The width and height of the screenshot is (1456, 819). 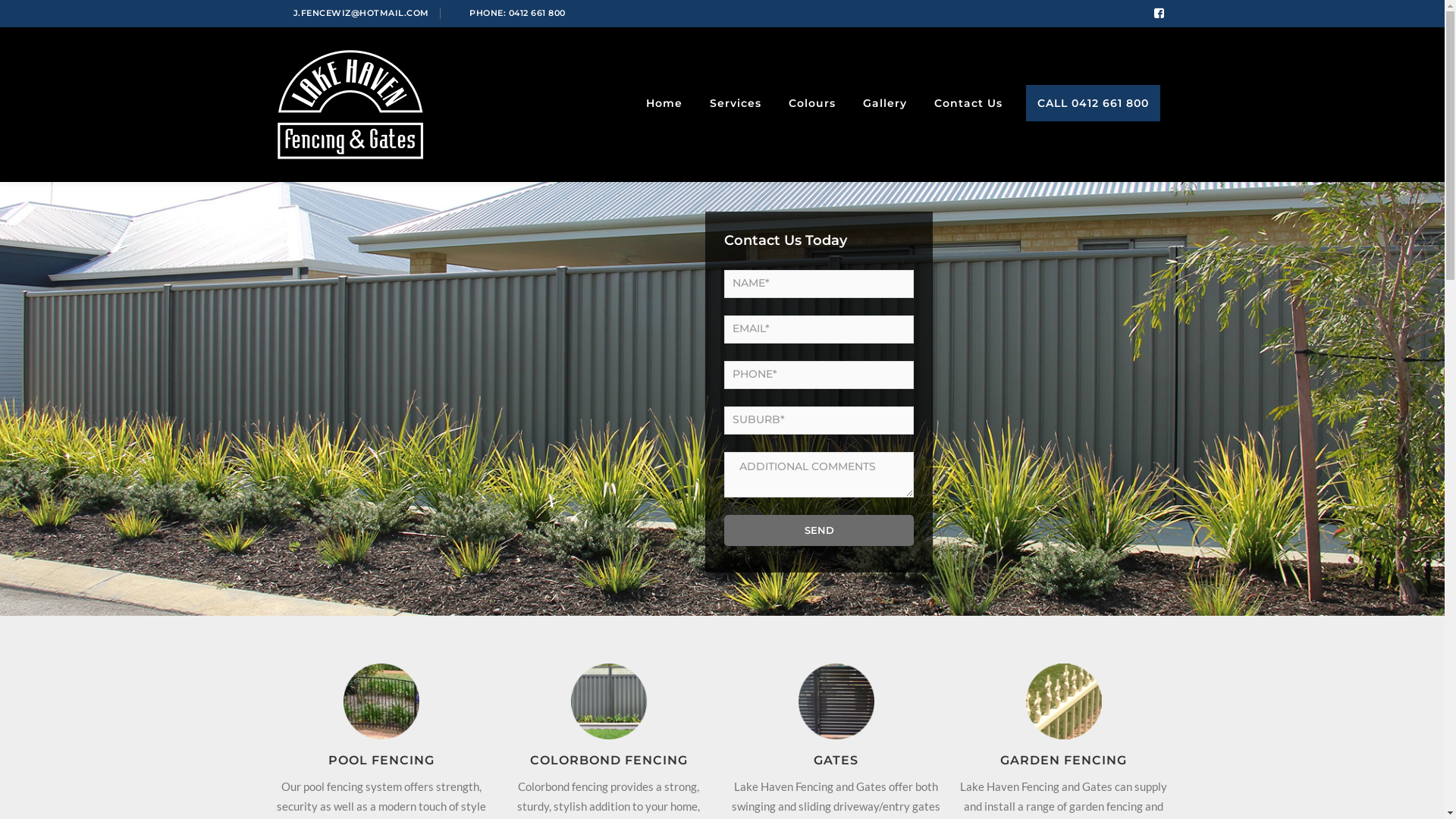 What do you see at coordinates (348, 102) in the screenshot?
I see `'Lake Haven Fencing and Gates'` at bounding box center [348, 102].